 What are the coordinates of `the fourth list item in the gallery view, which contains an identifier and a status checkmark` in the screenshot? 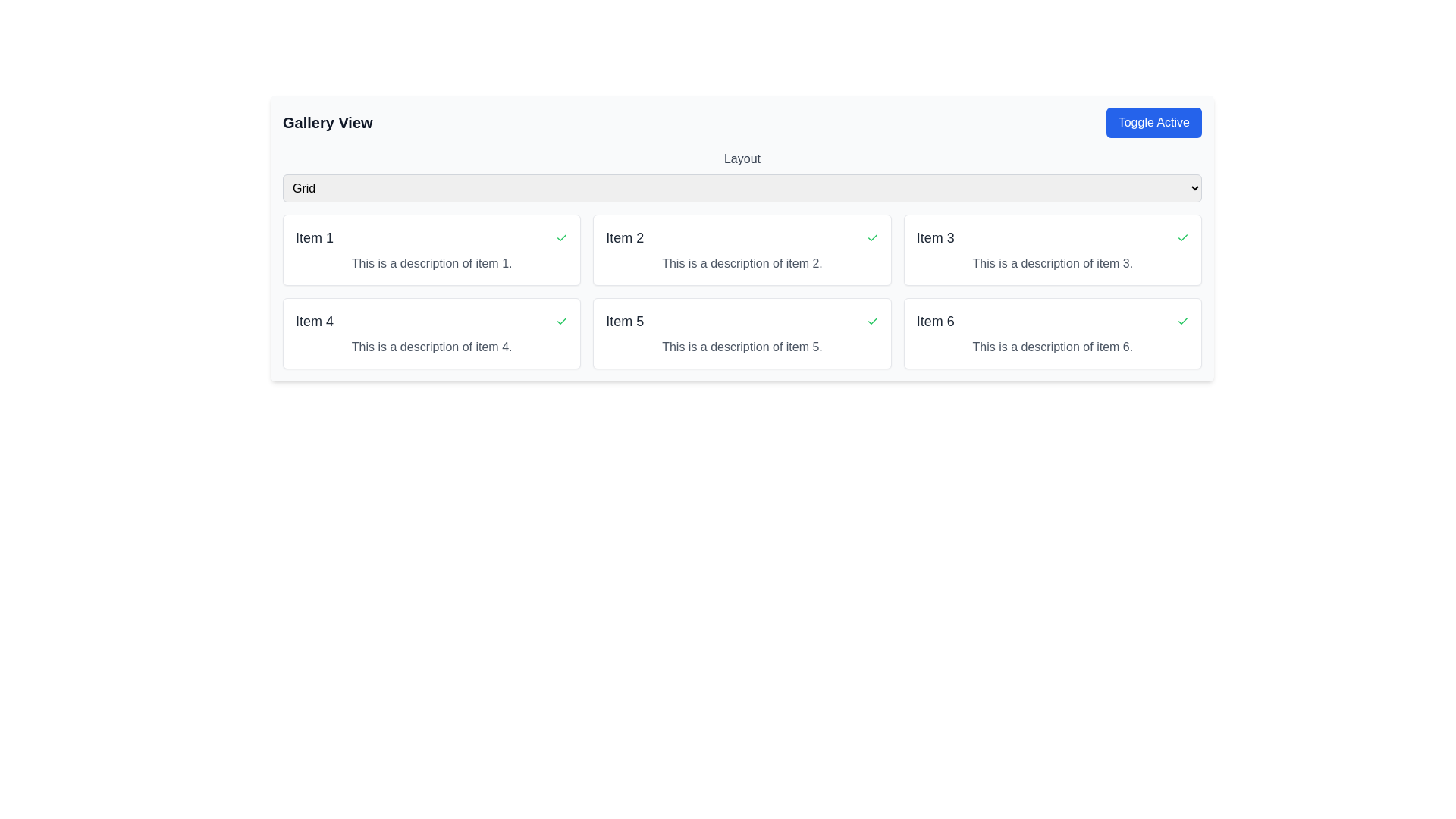 It's located at (431, 321).